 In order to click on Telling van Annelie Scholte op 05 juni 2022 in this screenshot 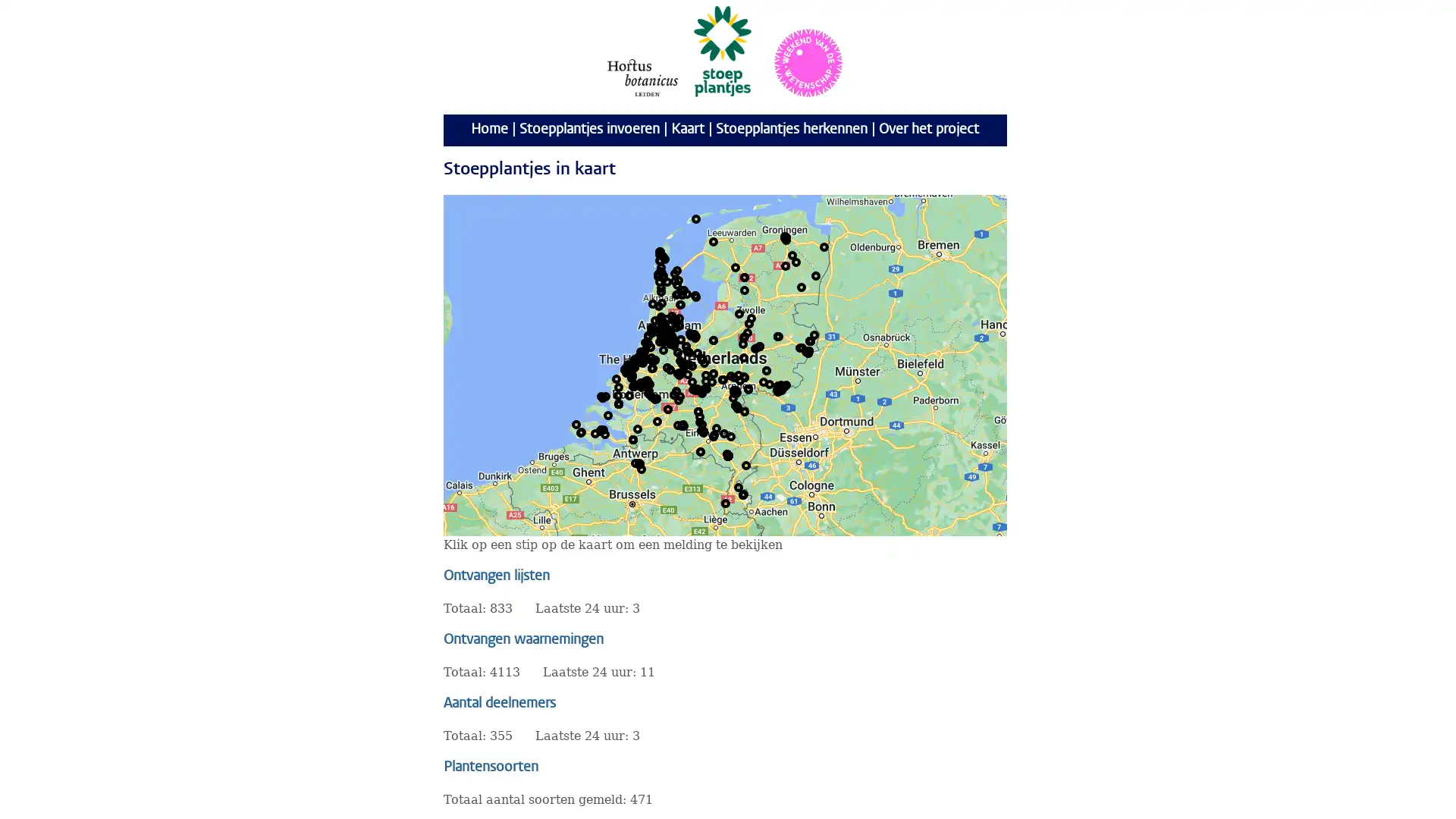, I will do `click(648, 391)`.